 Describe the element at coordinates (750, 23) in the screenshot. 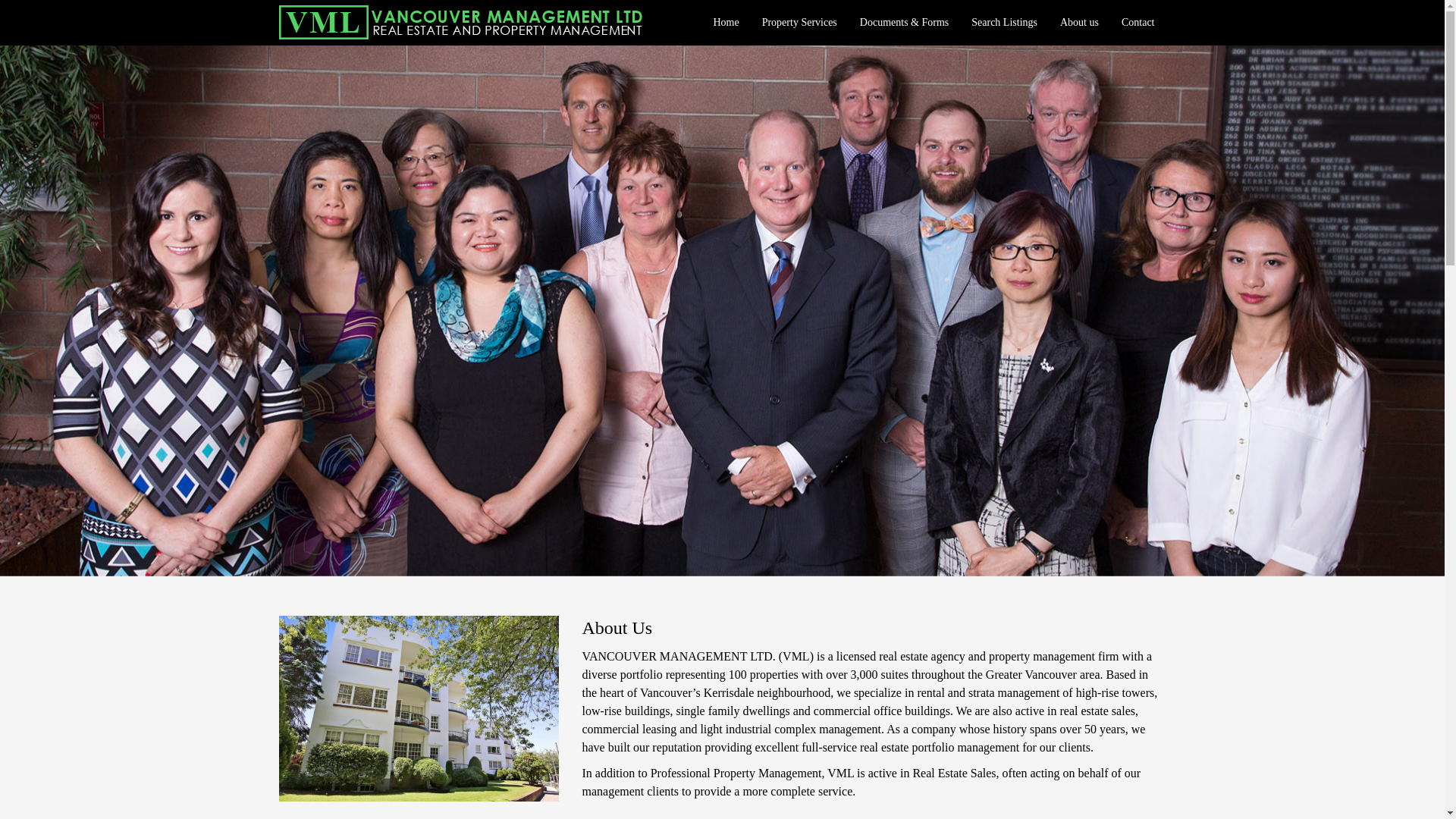

I see `'Property Services'` at that location.